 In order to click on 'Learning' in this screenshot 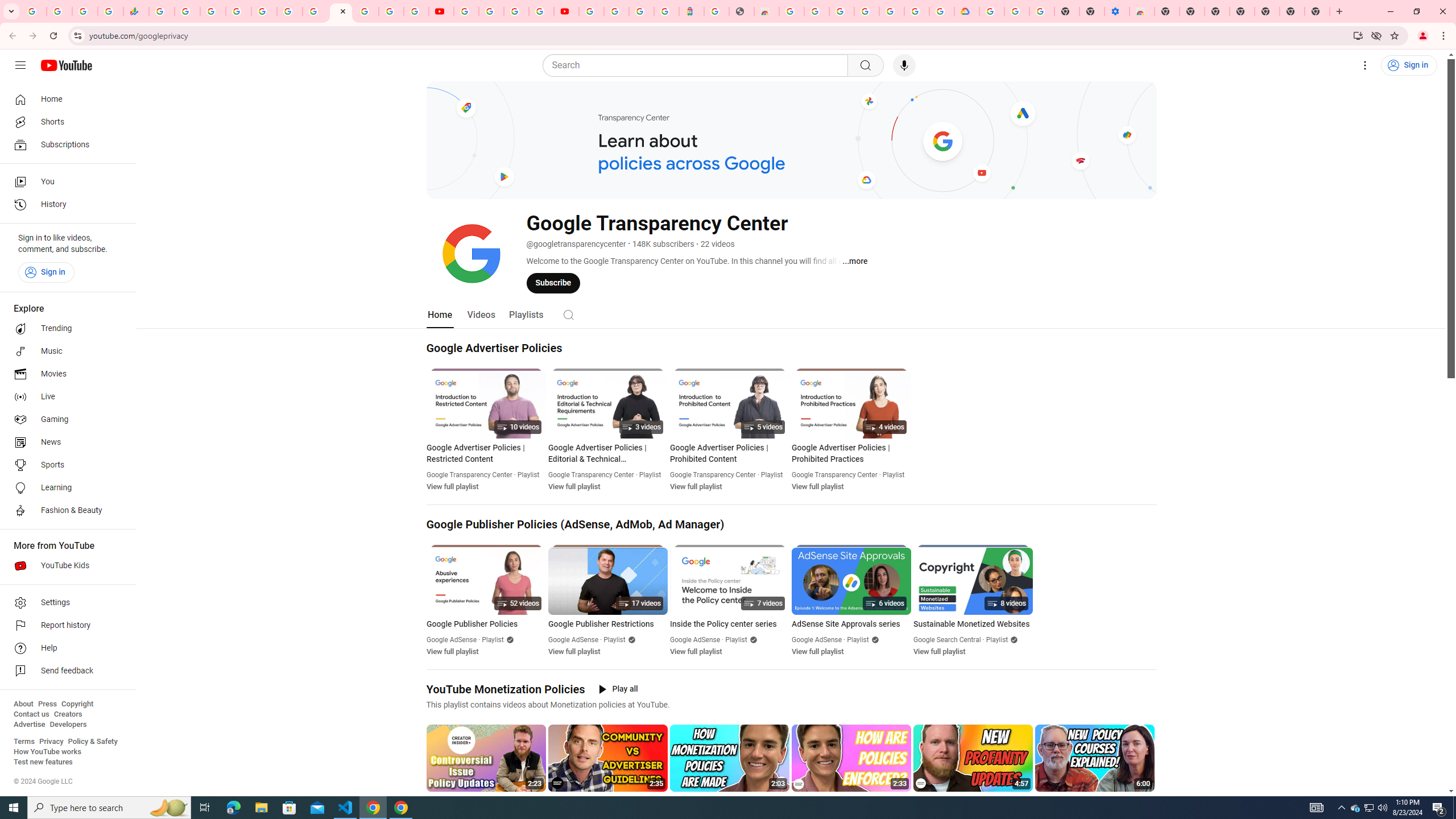, I will do `click(64, 487)`.